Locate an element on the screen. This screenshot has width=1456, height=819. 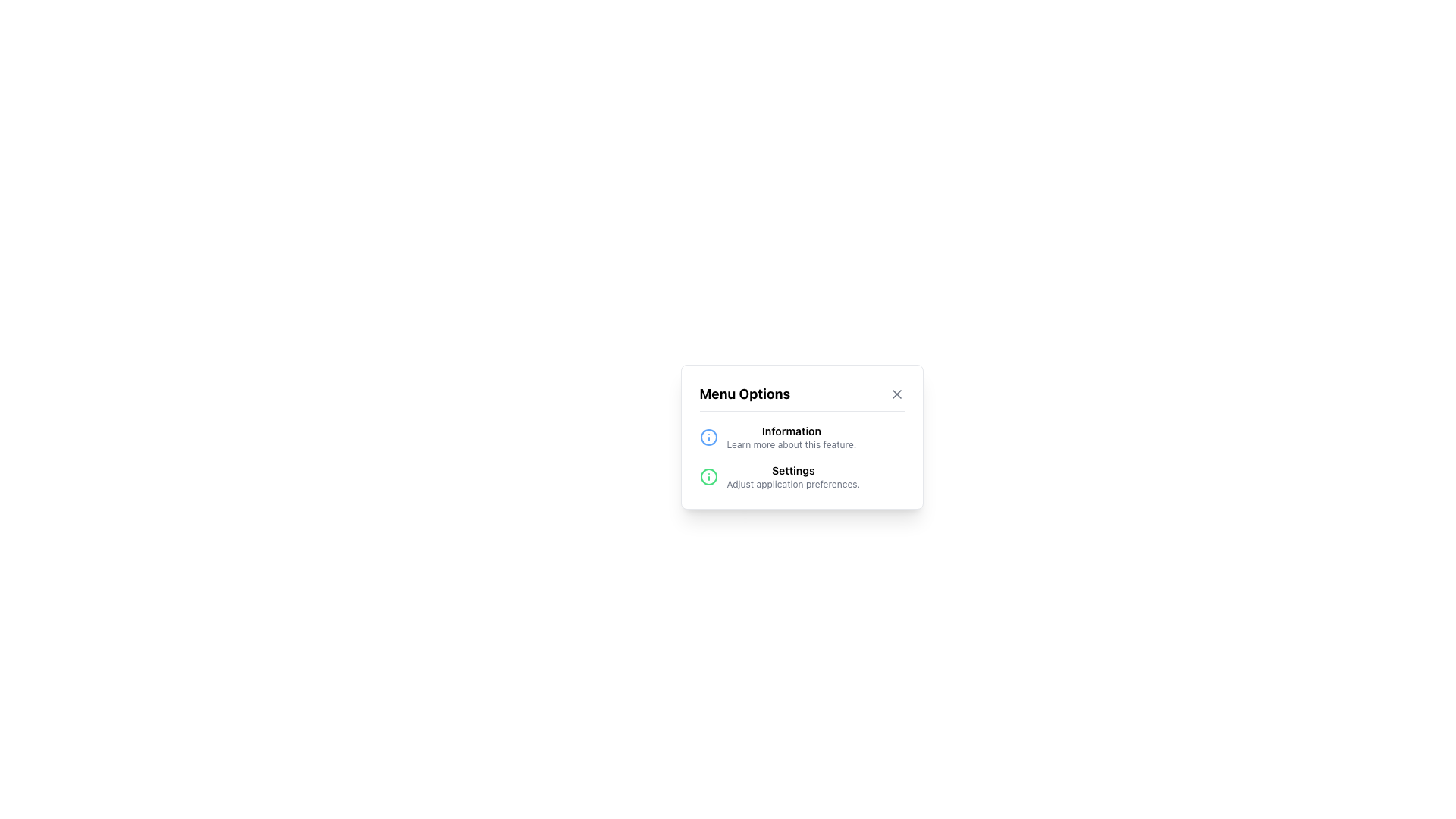
the circular outline icon with a soft blue tint located in the 'Menu Options' dialog is located at coordinates (708, 437).